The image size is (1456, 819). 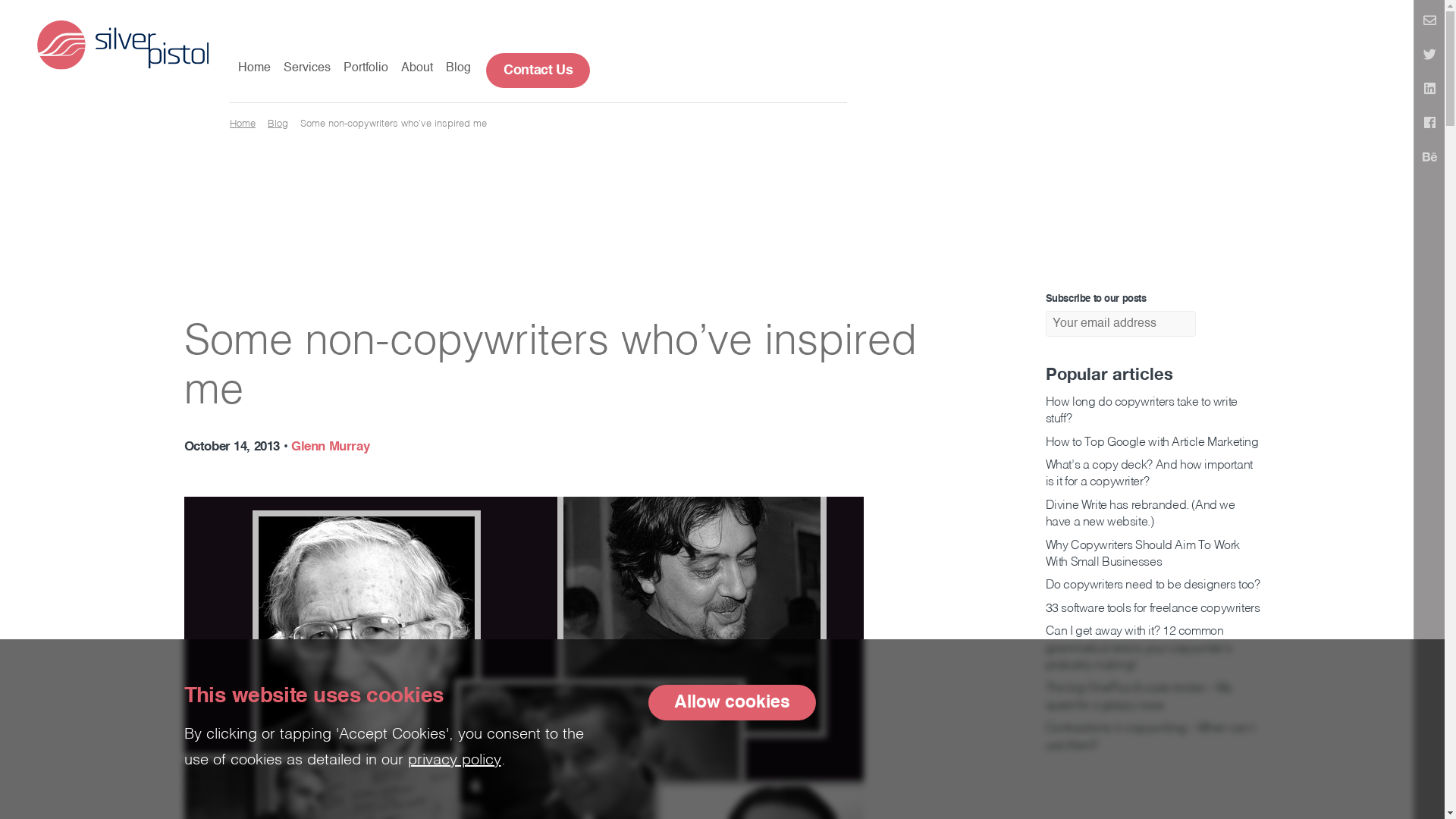 I want to click on 'See us on Facebook', so click(x=1429, y=124).